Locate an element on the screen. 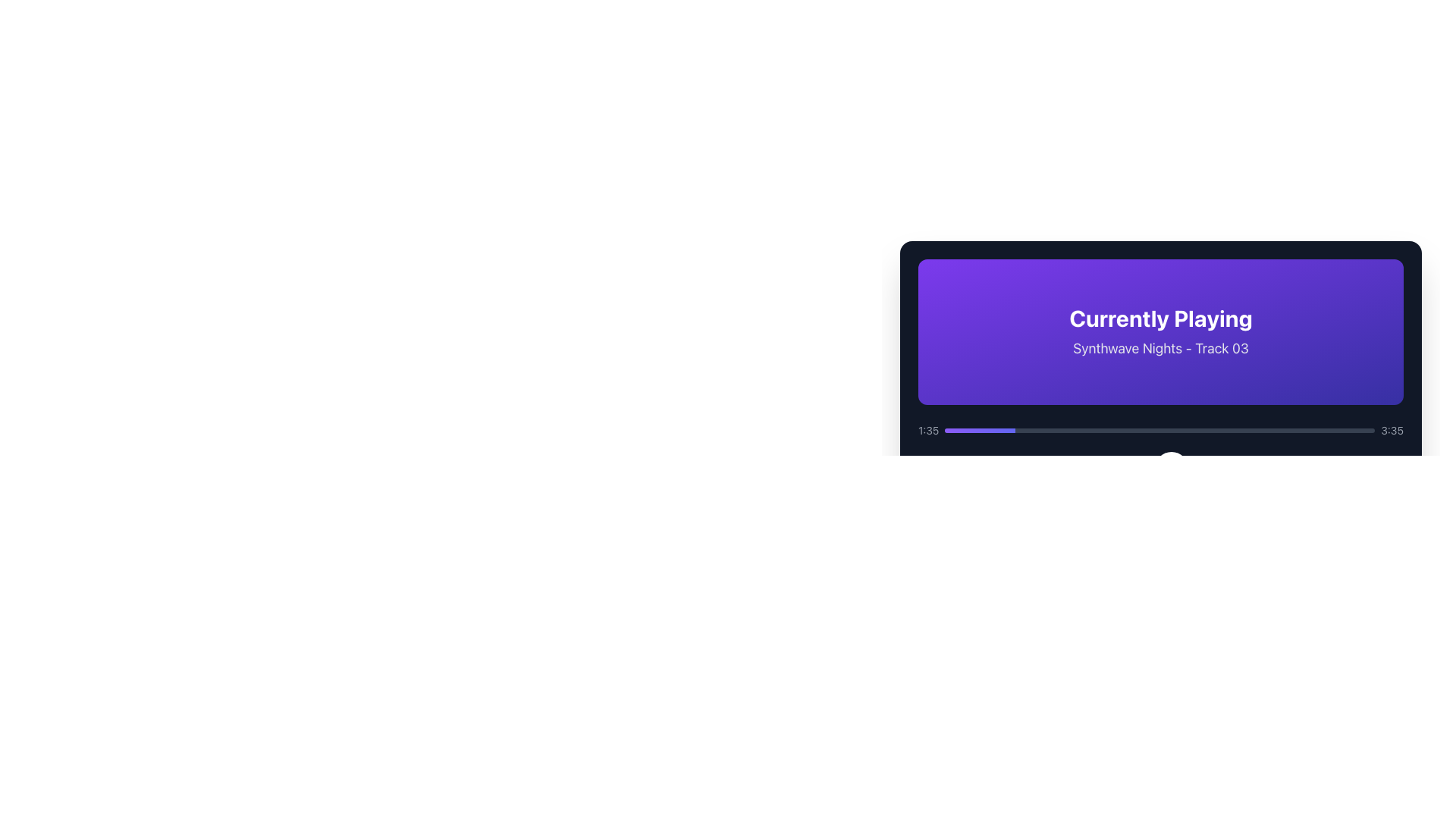 The image size is (1456, 819). the play button located at the center of a horizontal layout of similar interactive elements below the progress bar is located at coordinates (1171, 467).